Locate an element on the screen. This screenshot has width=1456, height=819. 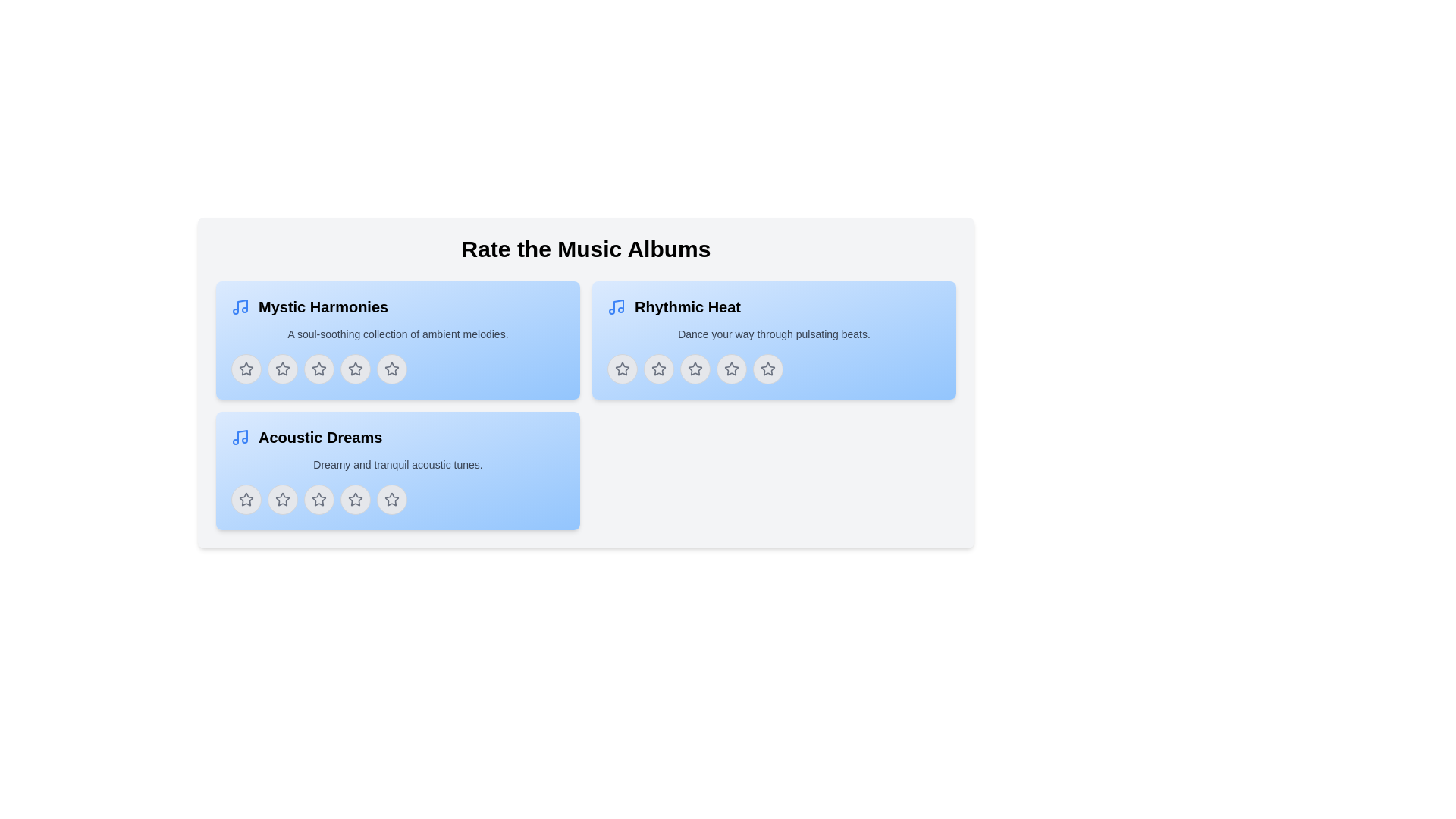
the text label displaying 'Dreamy and tranquil acoustic tunes' located in the lower section of the 'Acoustic Dreams' card is located at coordinates (397, 464).